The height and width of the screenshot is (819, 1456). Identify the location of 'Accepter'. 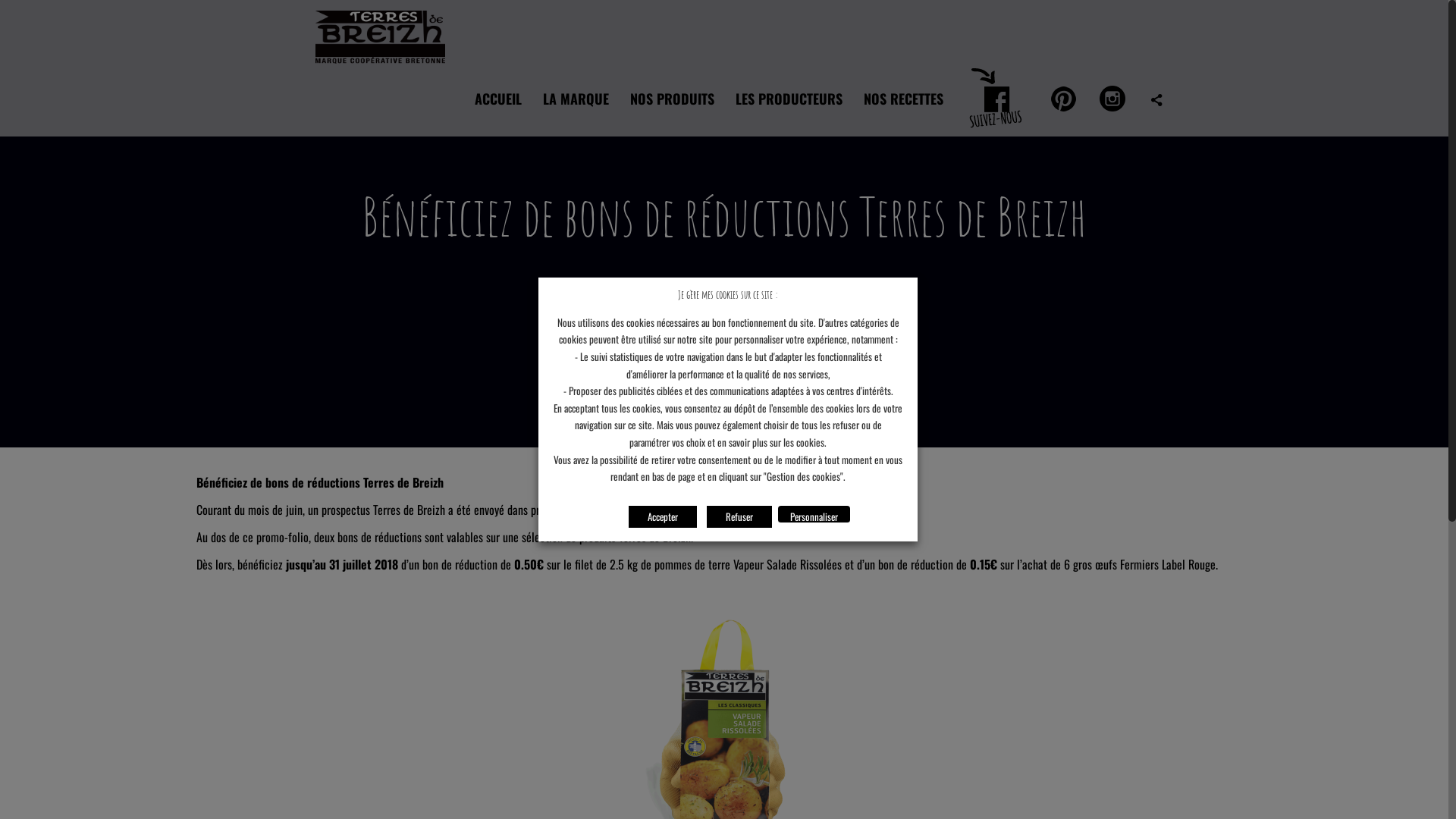
(662, 516).